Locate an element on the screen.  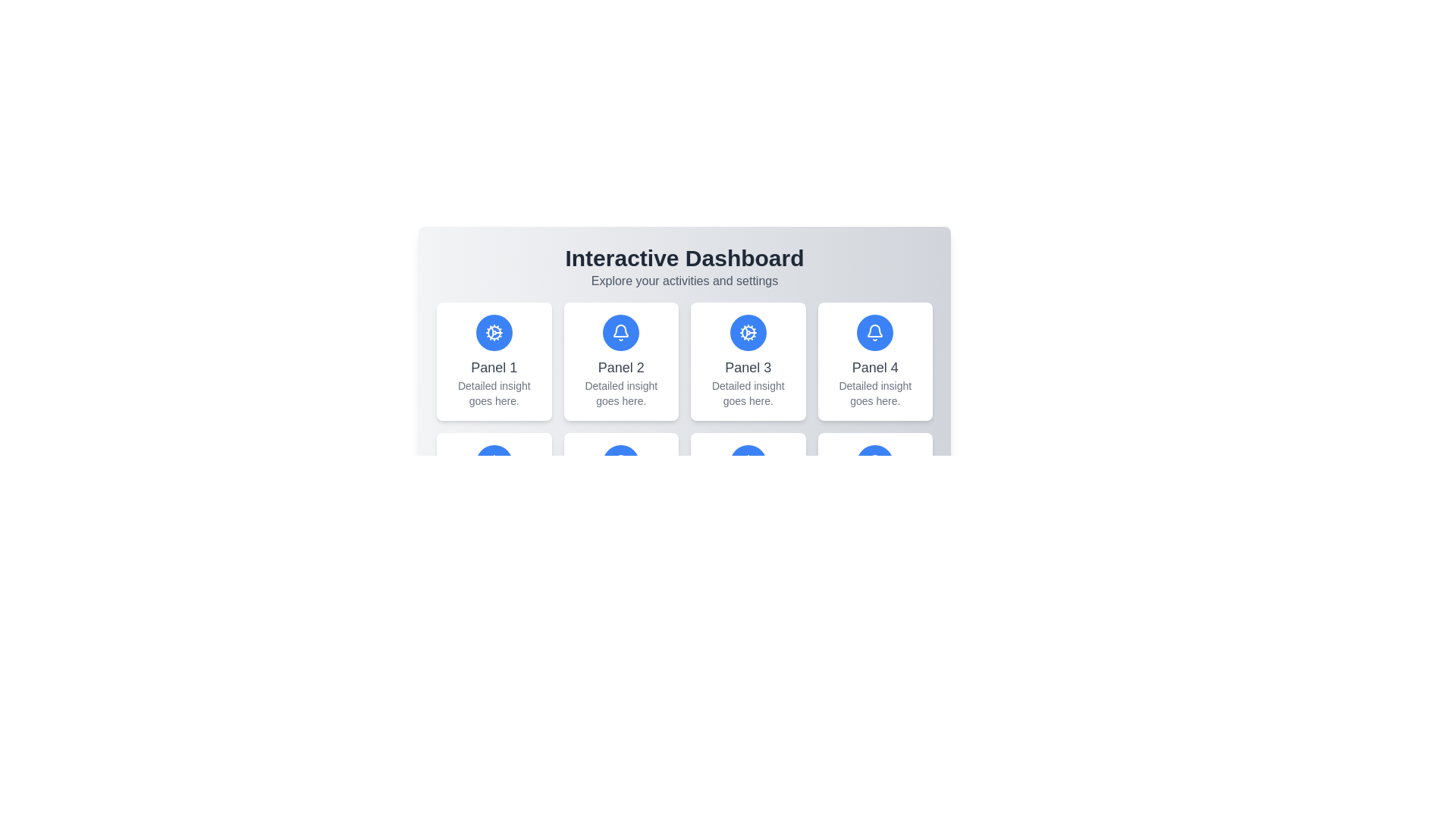
descriptive text displayed in a smaller, gray font stating 'Detailed insight goes here.' located in the fourth panel of the grid layout titled 'Panel 4' is located at coordinates (875, 393).